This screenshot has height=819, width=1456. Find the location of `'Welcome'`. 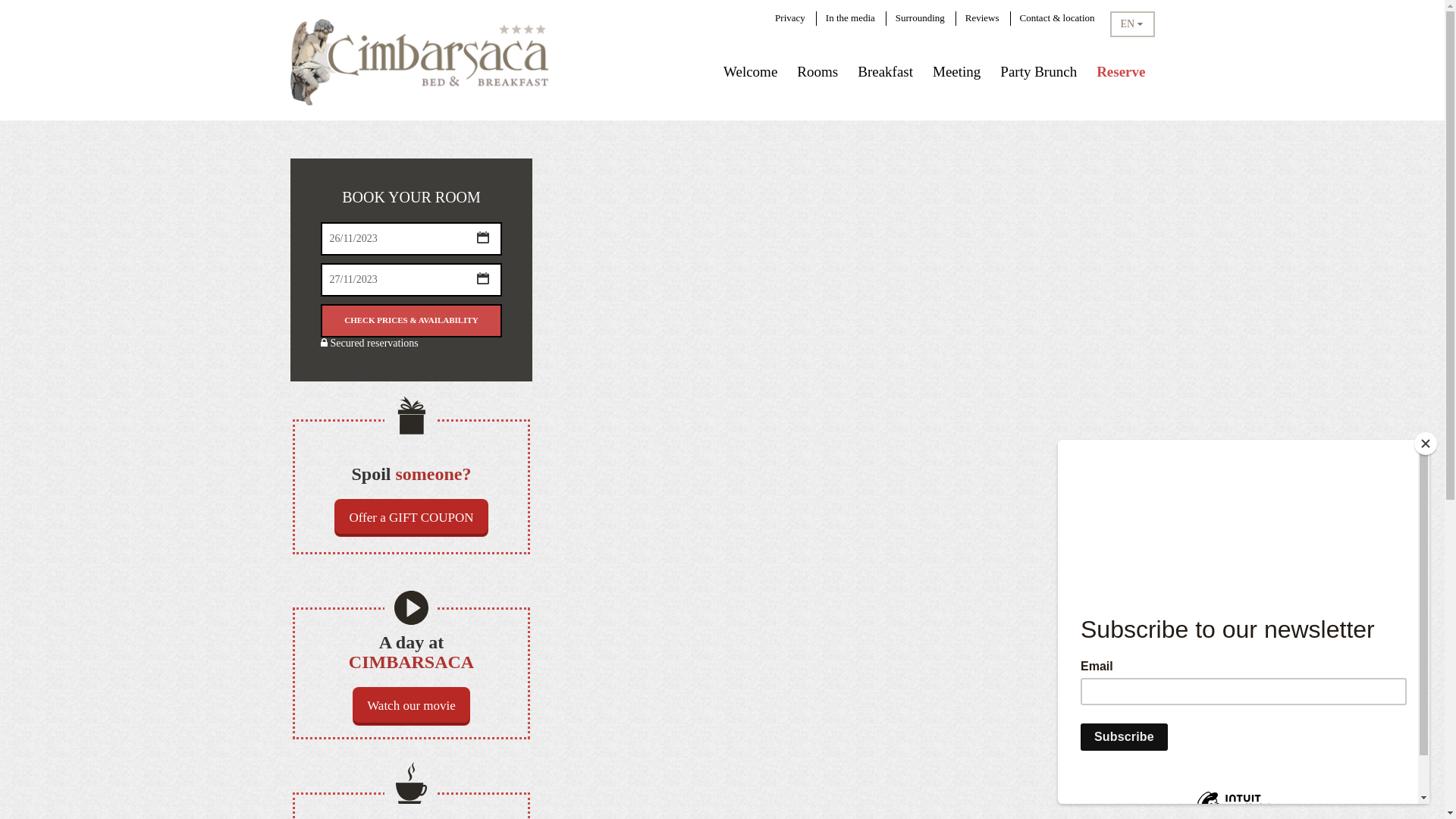

'Welcome' is located at coordinates (750, 71).